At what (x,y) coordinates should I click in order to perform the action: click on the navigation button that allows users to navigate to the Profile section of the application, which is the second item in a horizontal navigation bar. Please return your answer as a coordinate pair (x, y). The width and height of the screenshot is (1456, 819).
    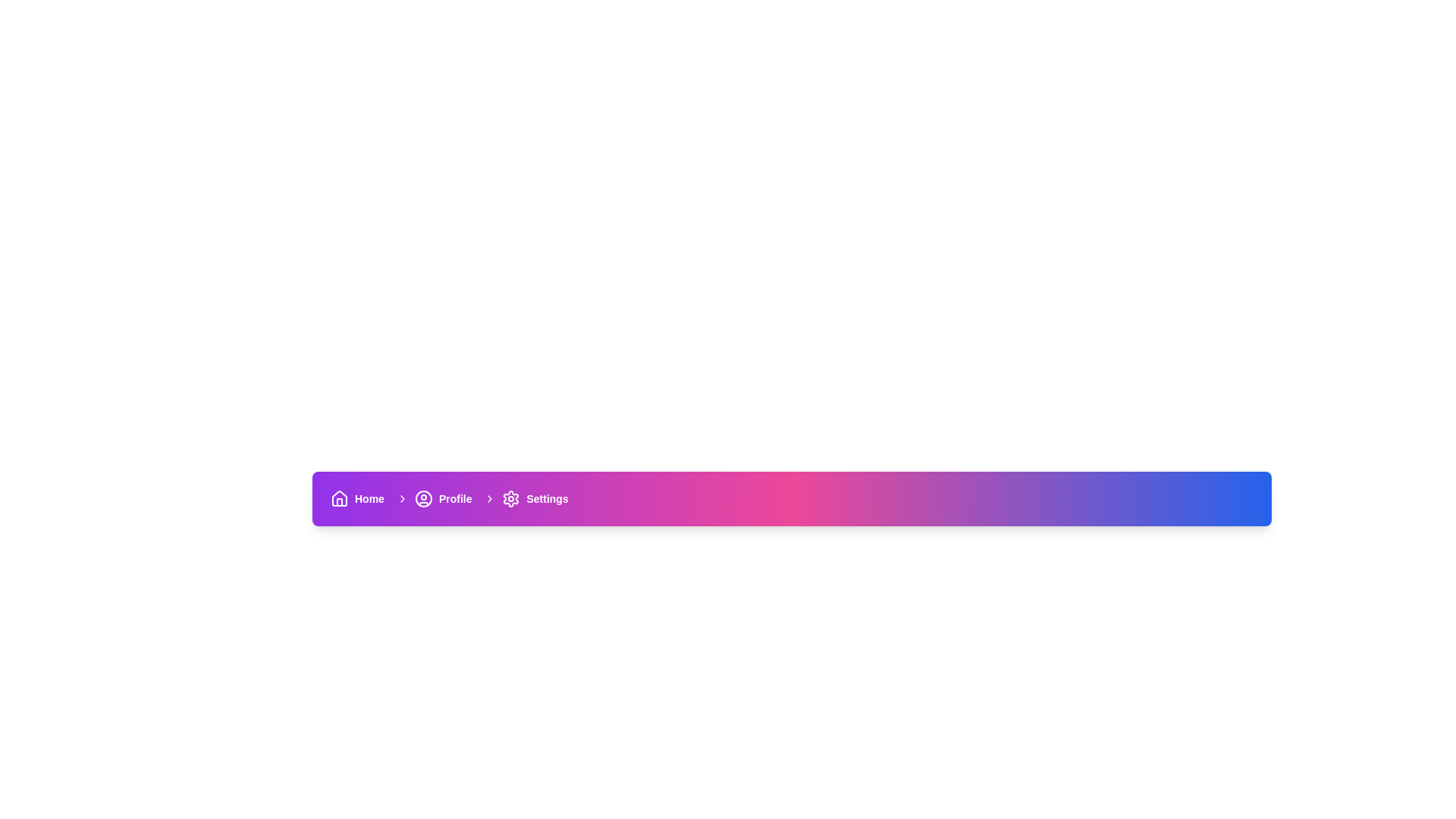
    Looking at the image, I should click on (433, 499).